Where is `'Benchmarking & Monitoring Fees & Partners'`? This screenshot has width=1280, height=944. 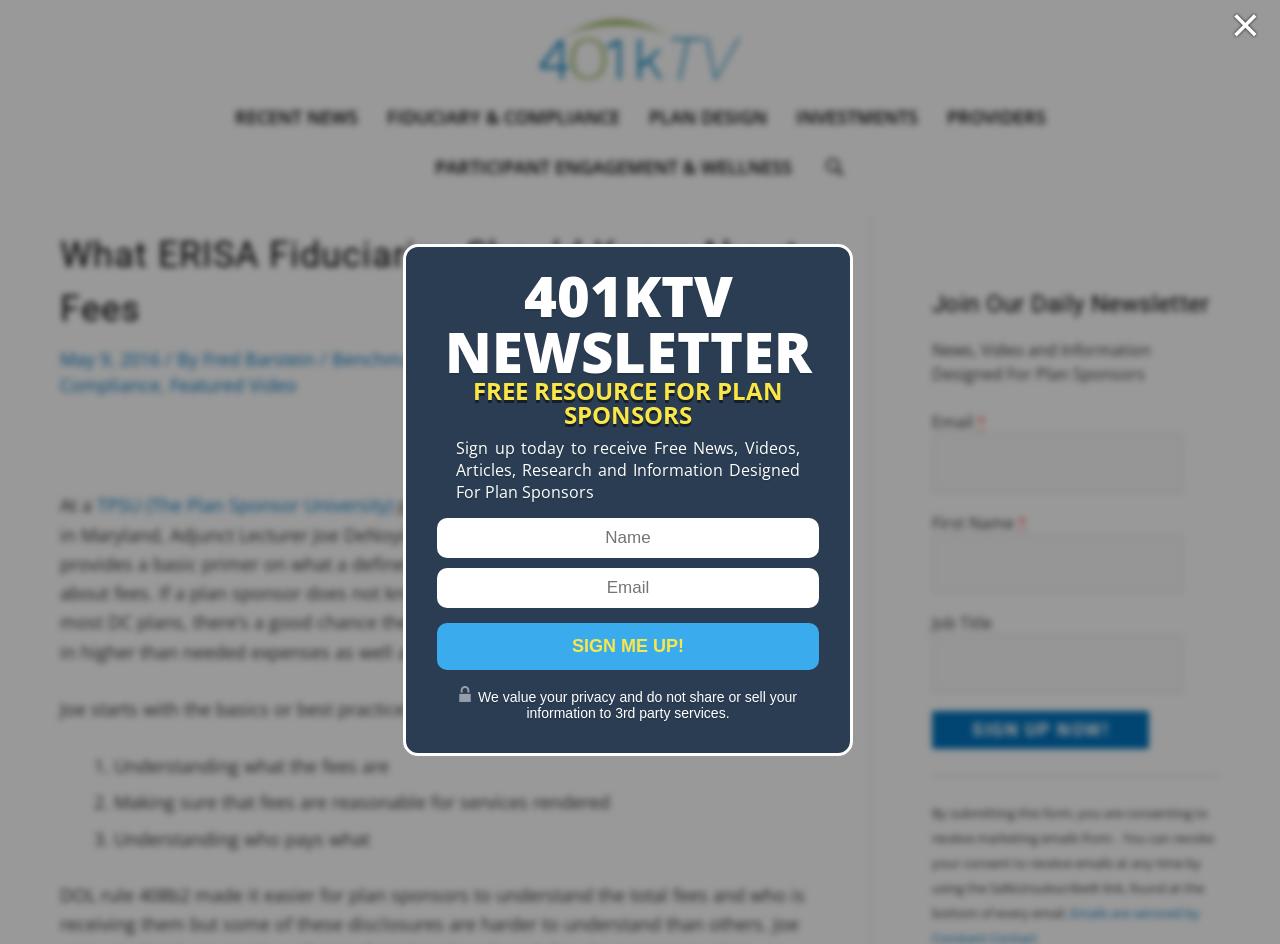
'Benchmarking & Monitoring Fees & Partners' is located at coordinates (519, 357).